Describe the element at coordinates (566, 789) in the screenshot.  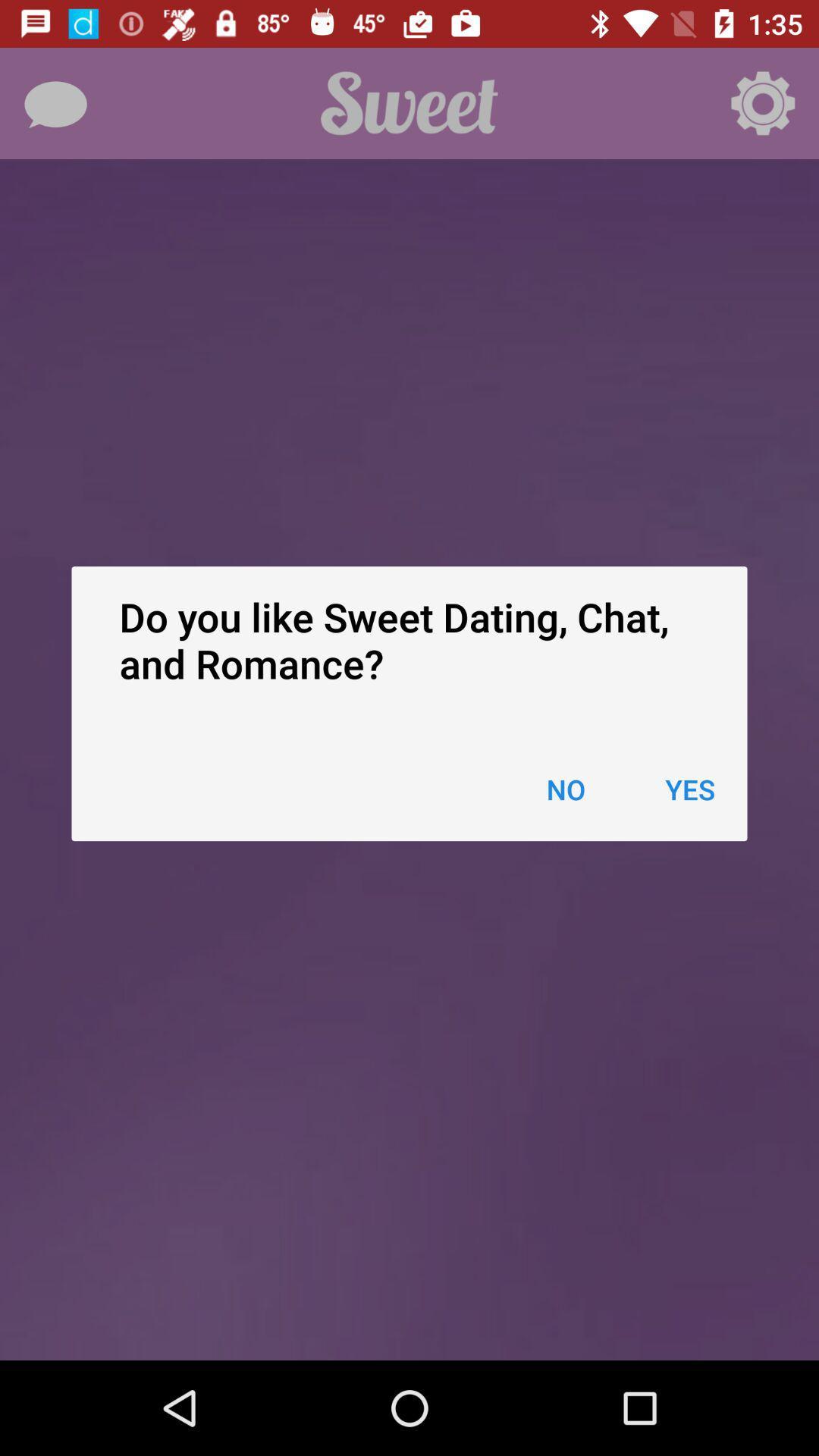
I see `the icon next to the yes item` at that location.